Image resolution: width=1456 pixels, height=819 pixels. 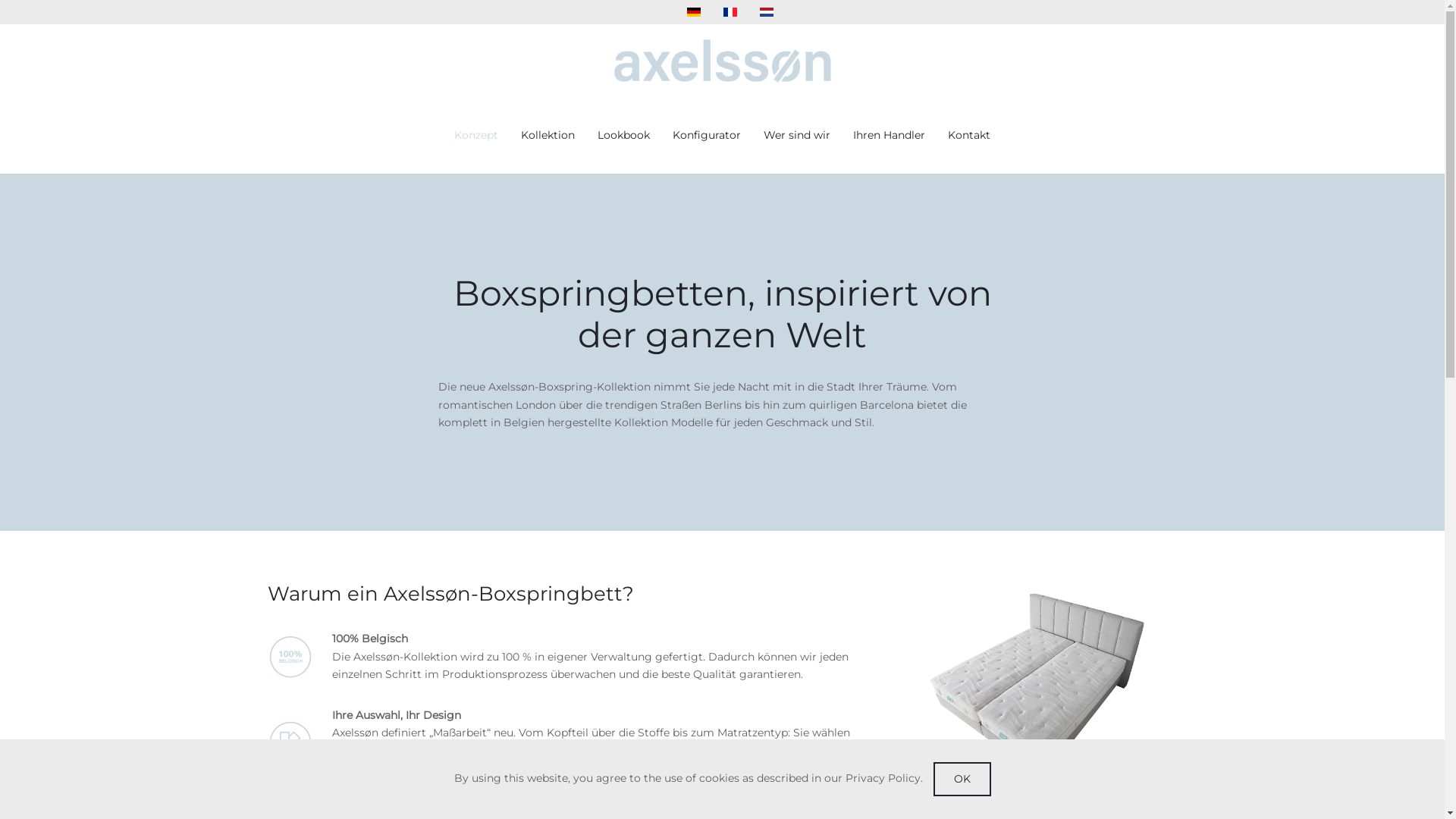 What do you see at coordinates (764, 134) in the screenshot?
I see `'Wer sind wir'` at bounding box center [764, 134].